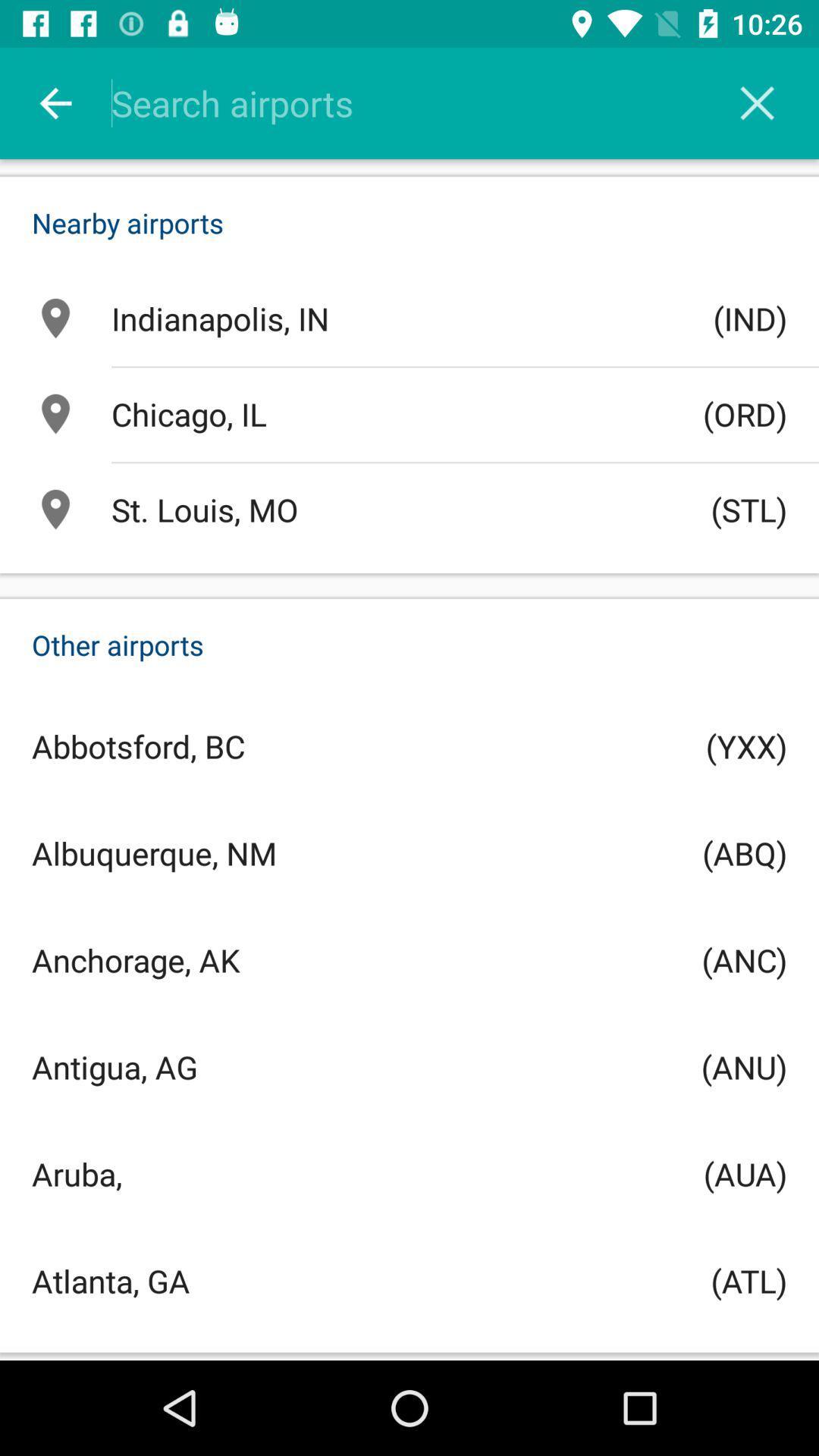 Image resolution: width=819 pixels, height=1456 pixels. Describe the element at coordinates (429, 102) in the screenshot. I see `search airports` at that location.